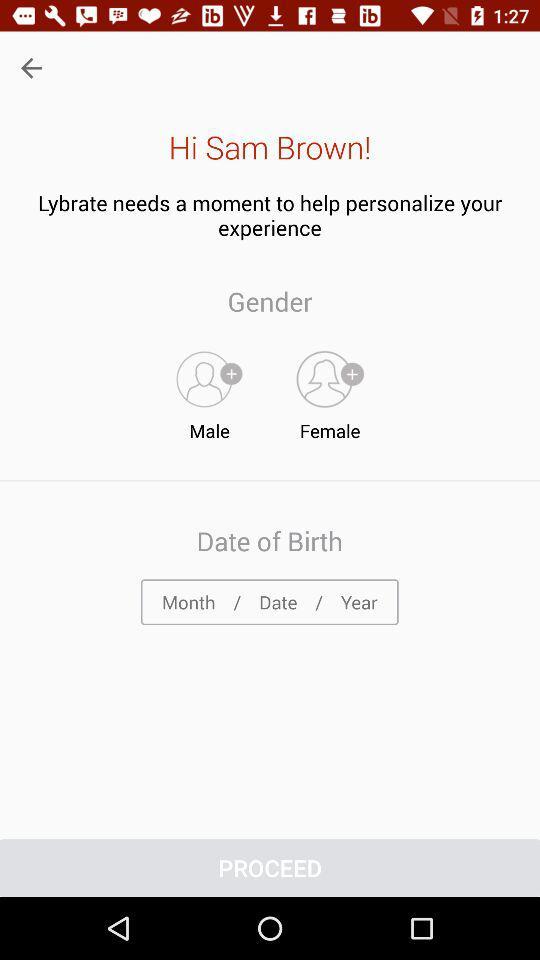 This screenshot has width=540, height=960. Describe the element at coordinates (269, 601) in the screenshot. I see `clique aqui para adicionar a sua idade` at that location.